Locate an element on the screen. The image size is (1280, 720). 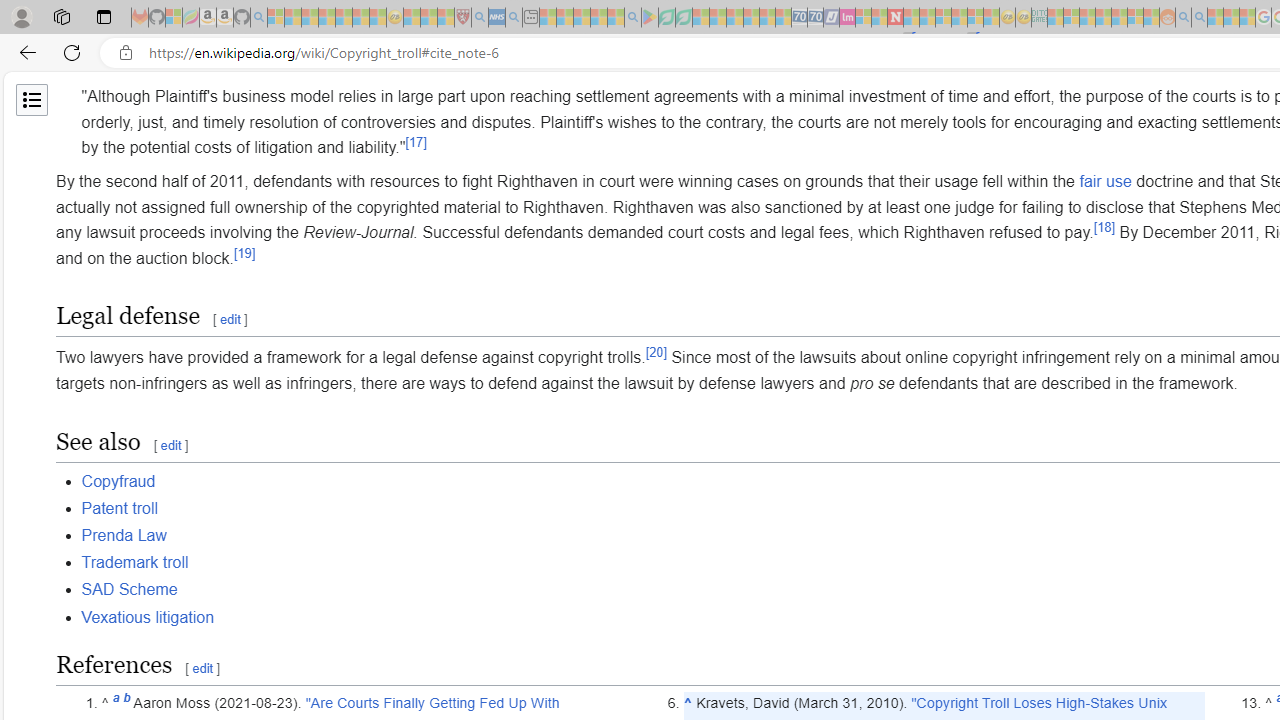
'[20]' is located at coordinates (656, 351).